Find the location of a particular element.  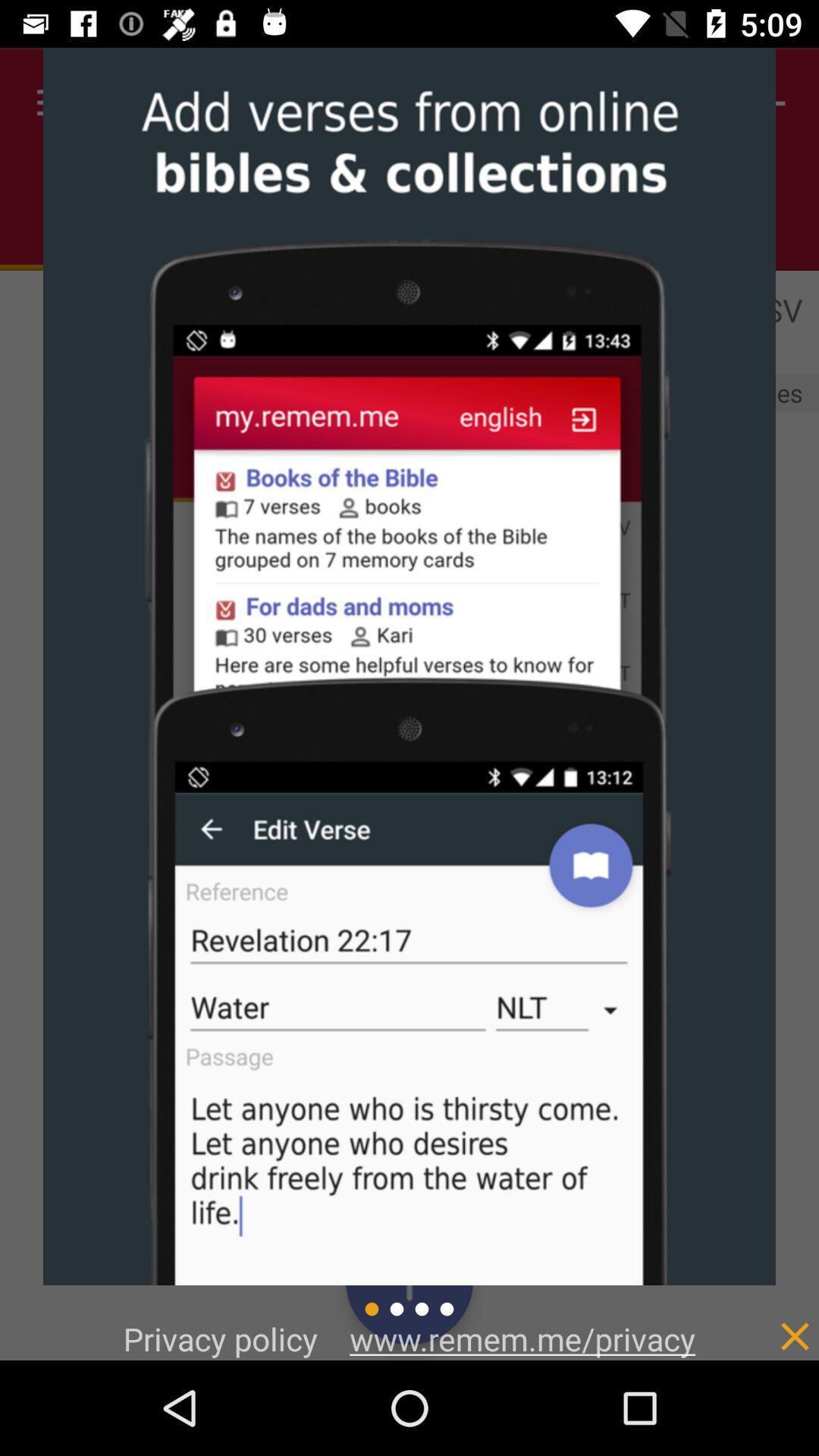

item at the bottom right corner is located at coordinates (763, 1319).